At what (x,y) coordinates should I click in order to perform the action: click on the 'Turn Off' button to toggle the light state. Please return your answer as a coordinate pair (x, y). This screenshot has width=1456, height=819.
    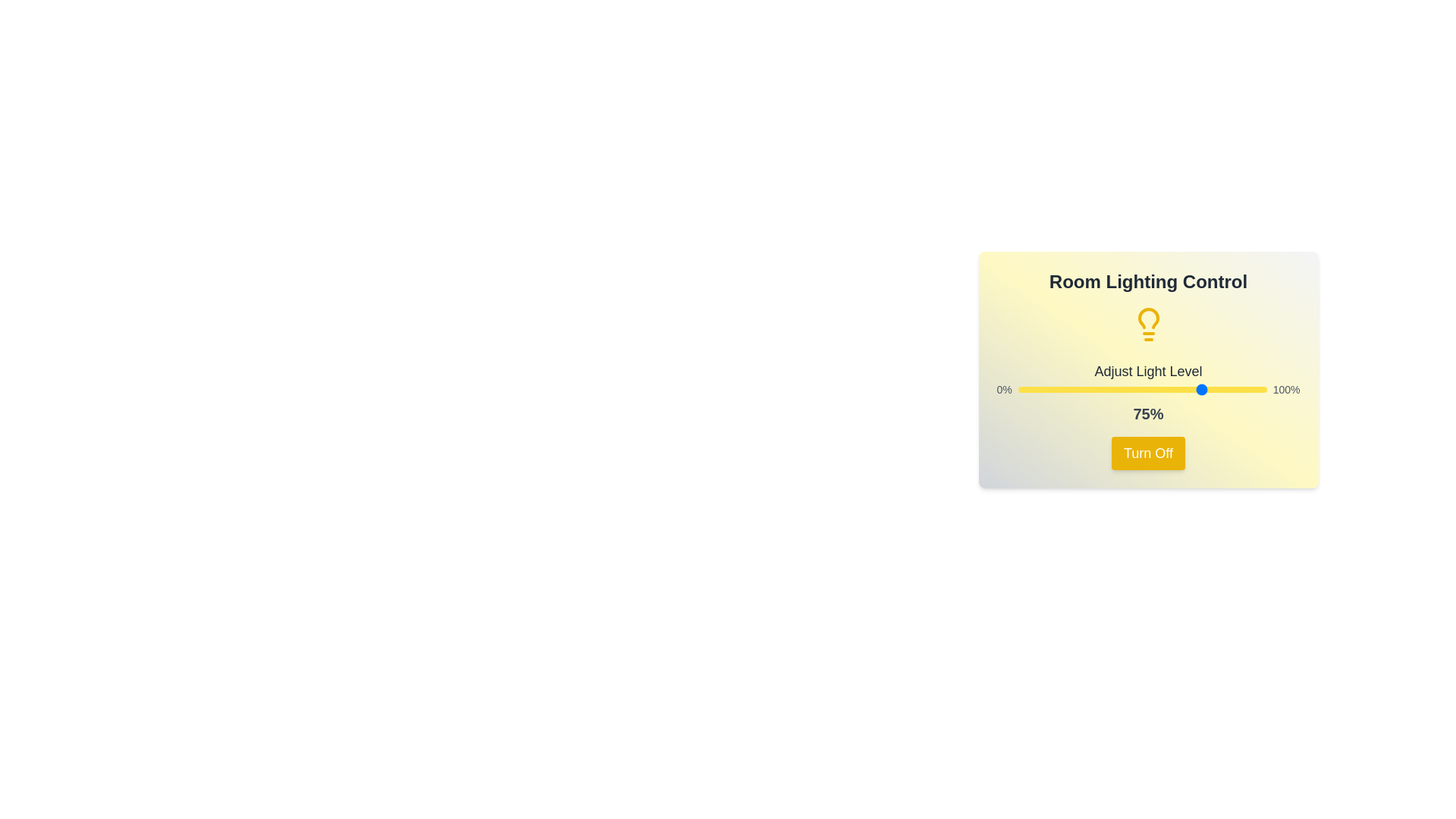
    Looking at the image, I should click on (1148, 452).